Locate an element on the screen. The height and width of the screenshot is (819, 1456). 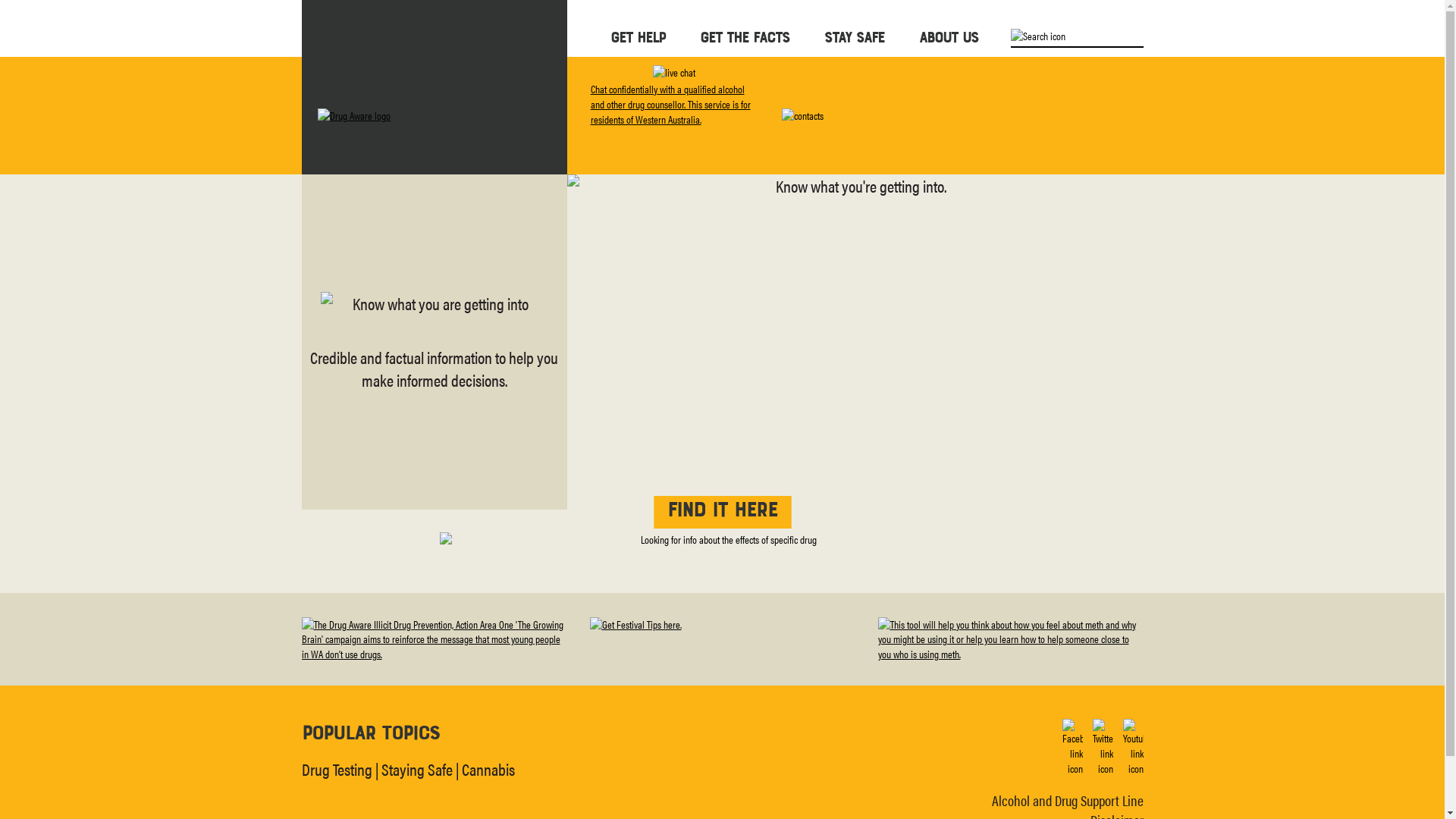
'STAY SAFE' is located at coordinates (822, 36).